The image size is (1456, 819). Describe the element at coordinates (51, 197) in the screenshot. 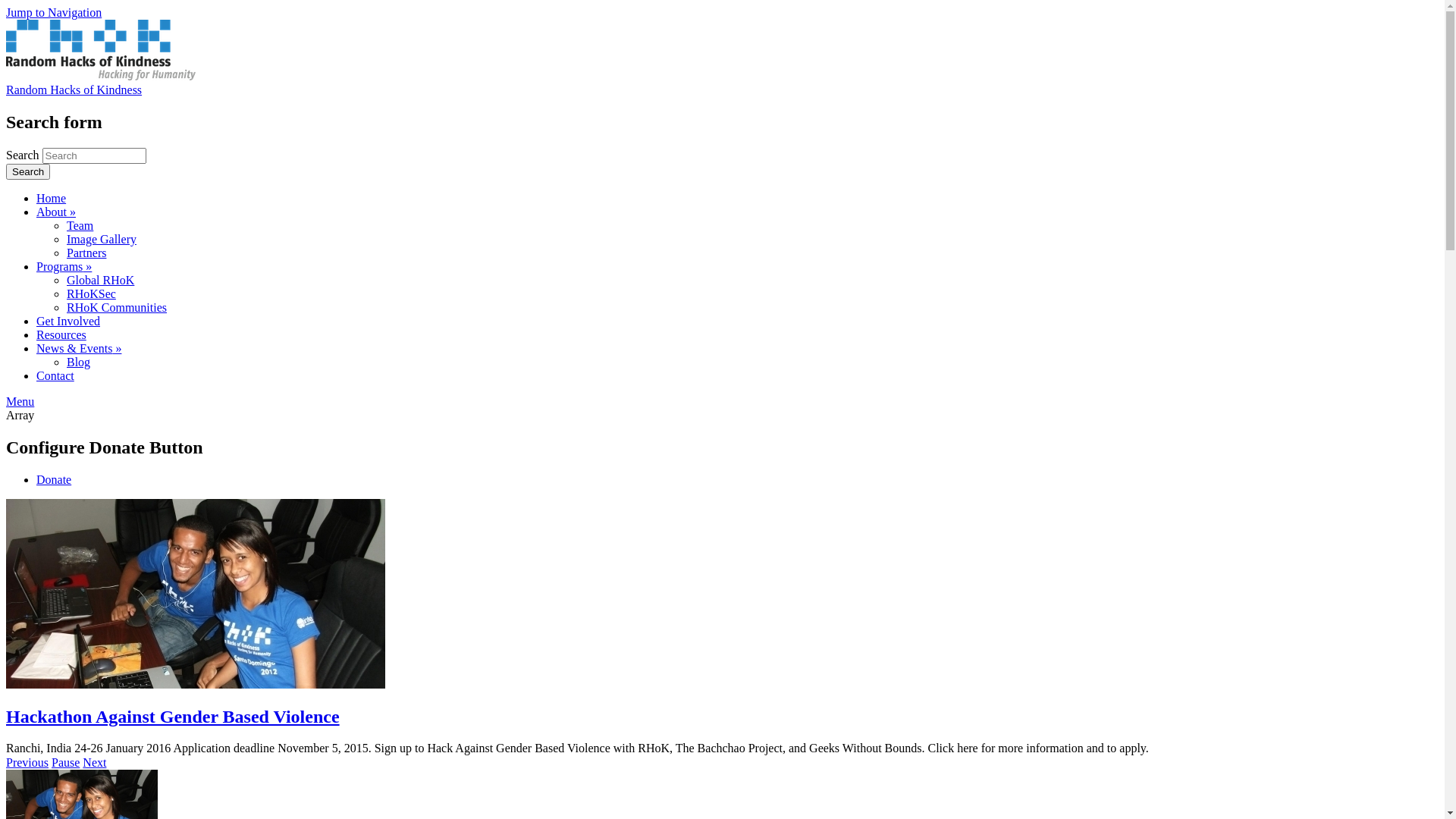

I see `'Home'` at that location.